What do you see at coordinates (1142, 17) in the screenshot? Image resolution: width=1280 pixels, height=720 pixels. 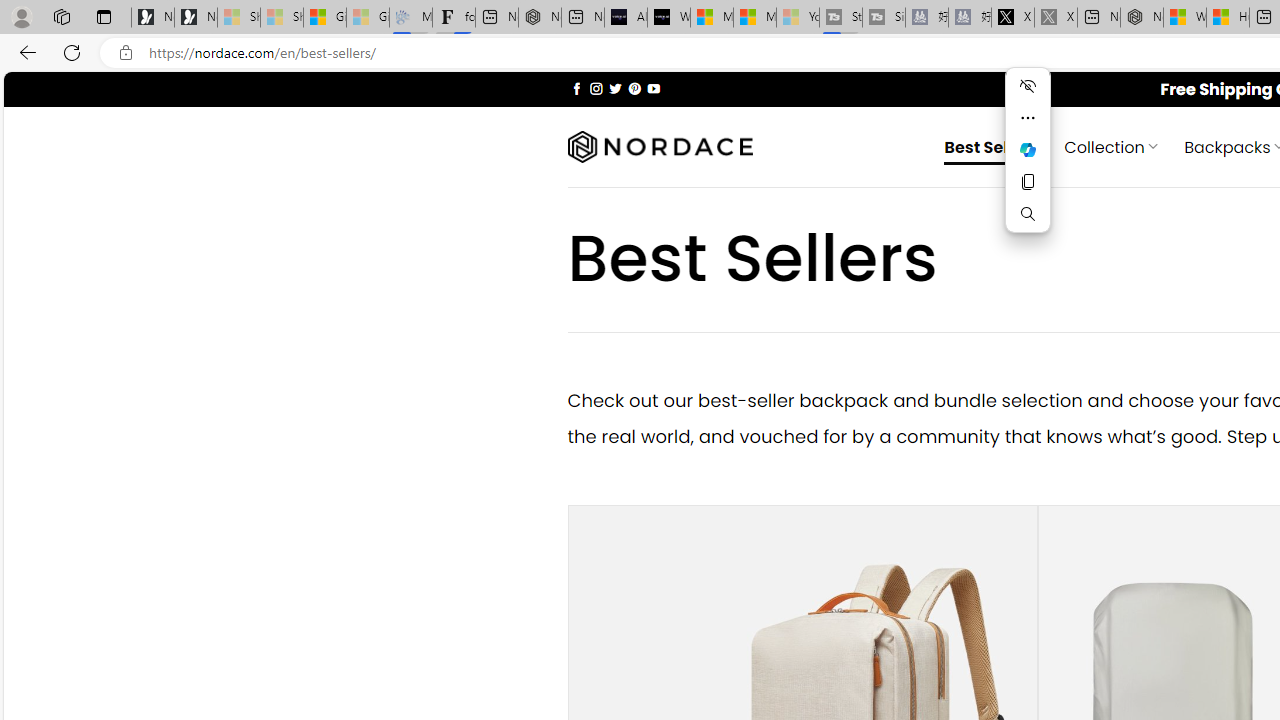 I see `'Nordace - My Account'` at bounding box center [1142, 17].